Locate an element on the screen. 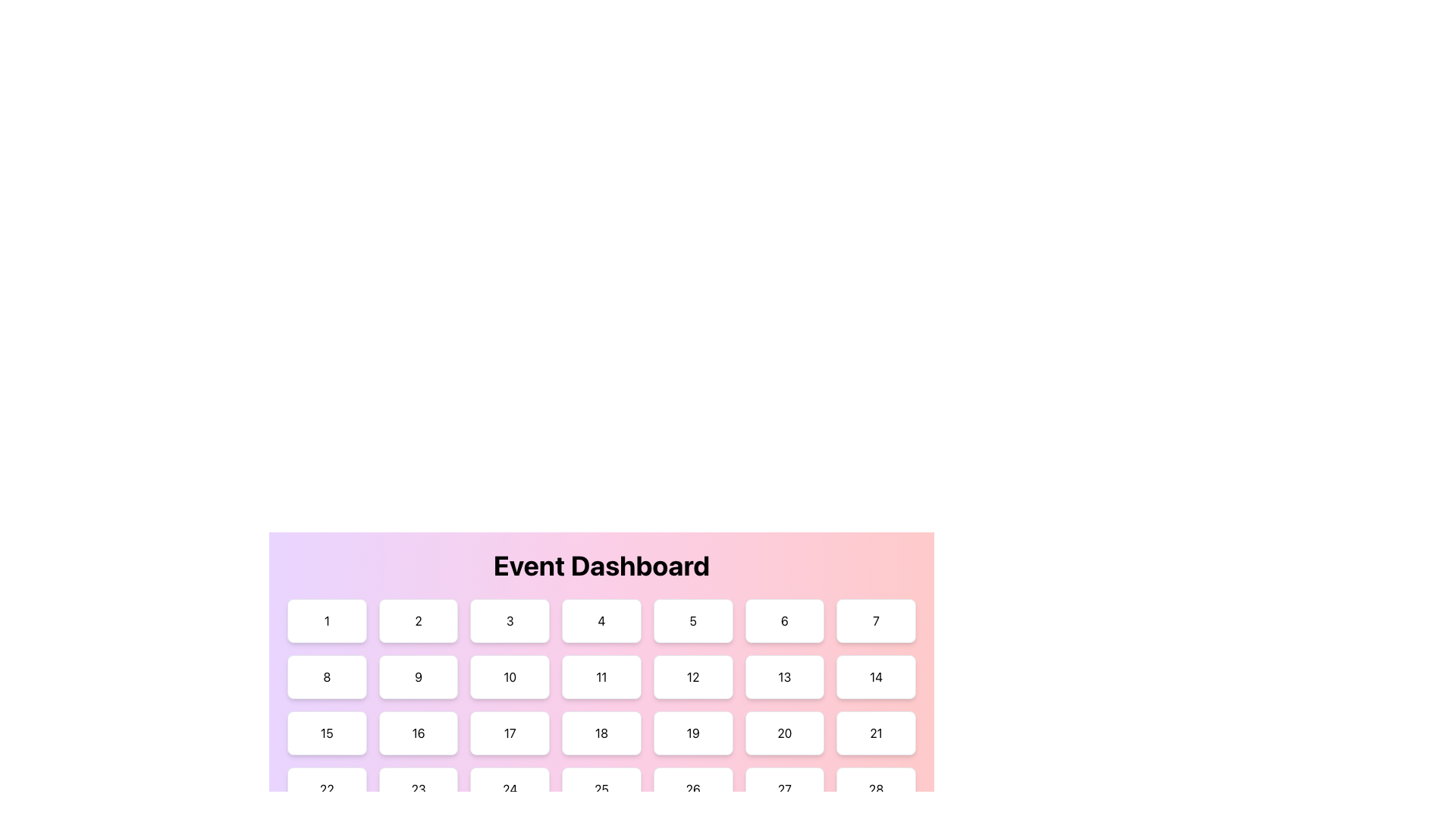 This screenshot has height=819, width=1456. the button displaying the number '28' in bold black font, located in the last column of the fourth row of a grid layout is located at coordinates (876, 789).